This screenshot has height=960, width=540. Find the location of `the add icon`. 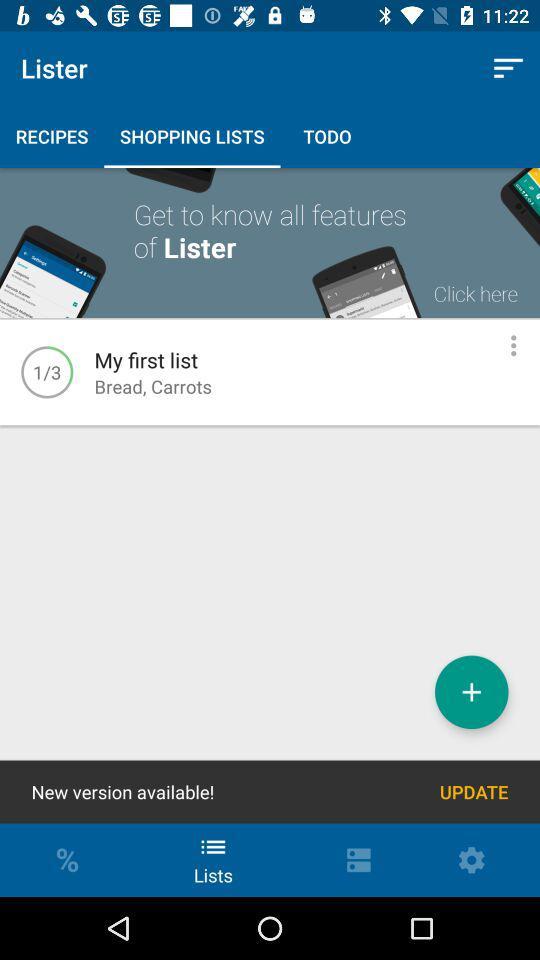

the add icon is located at coordinates (471, 692).